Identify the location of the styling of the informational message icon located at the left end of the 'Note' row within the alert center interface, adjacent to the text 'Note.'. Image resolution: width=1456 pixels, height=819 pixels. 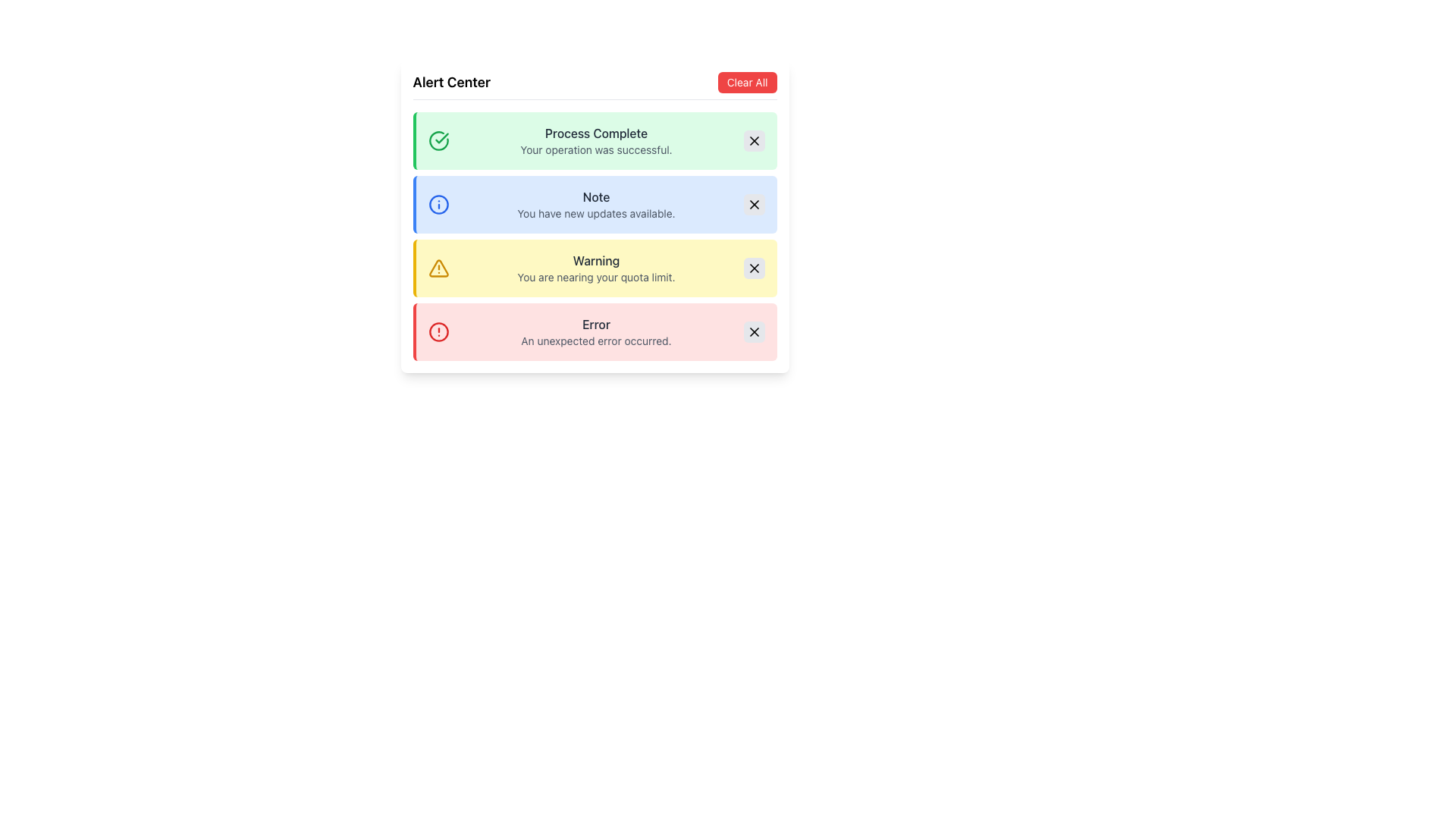
(438, 205).